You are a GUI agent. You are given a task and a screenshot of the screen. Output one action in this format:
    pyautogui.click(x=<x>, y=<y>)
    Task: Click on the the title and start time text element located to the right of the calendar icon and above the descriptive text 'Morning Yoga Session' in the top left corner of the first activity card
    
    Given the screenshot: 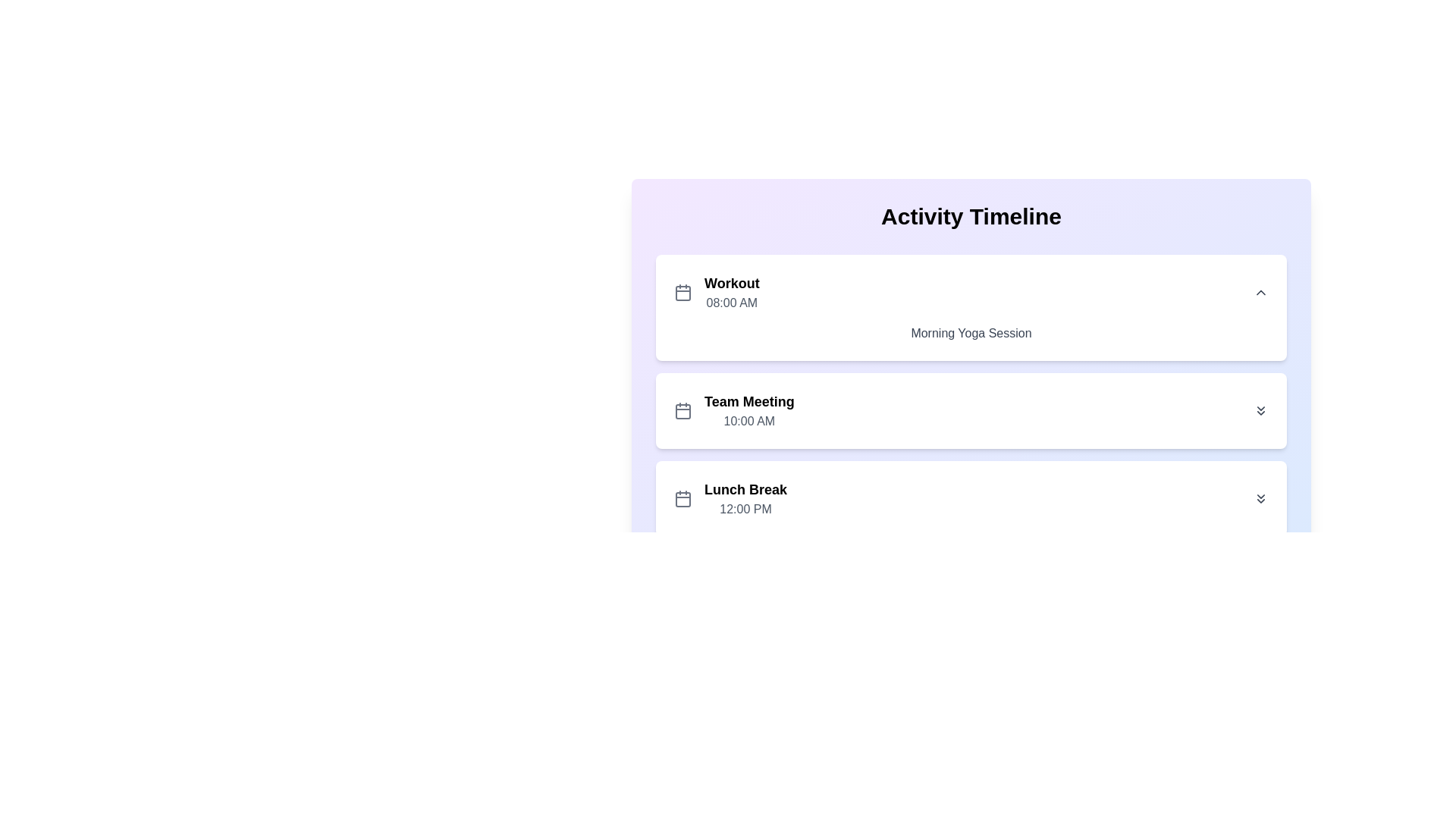 What is the action you would take?
    pyautogui.click(x=732, y=292)
    